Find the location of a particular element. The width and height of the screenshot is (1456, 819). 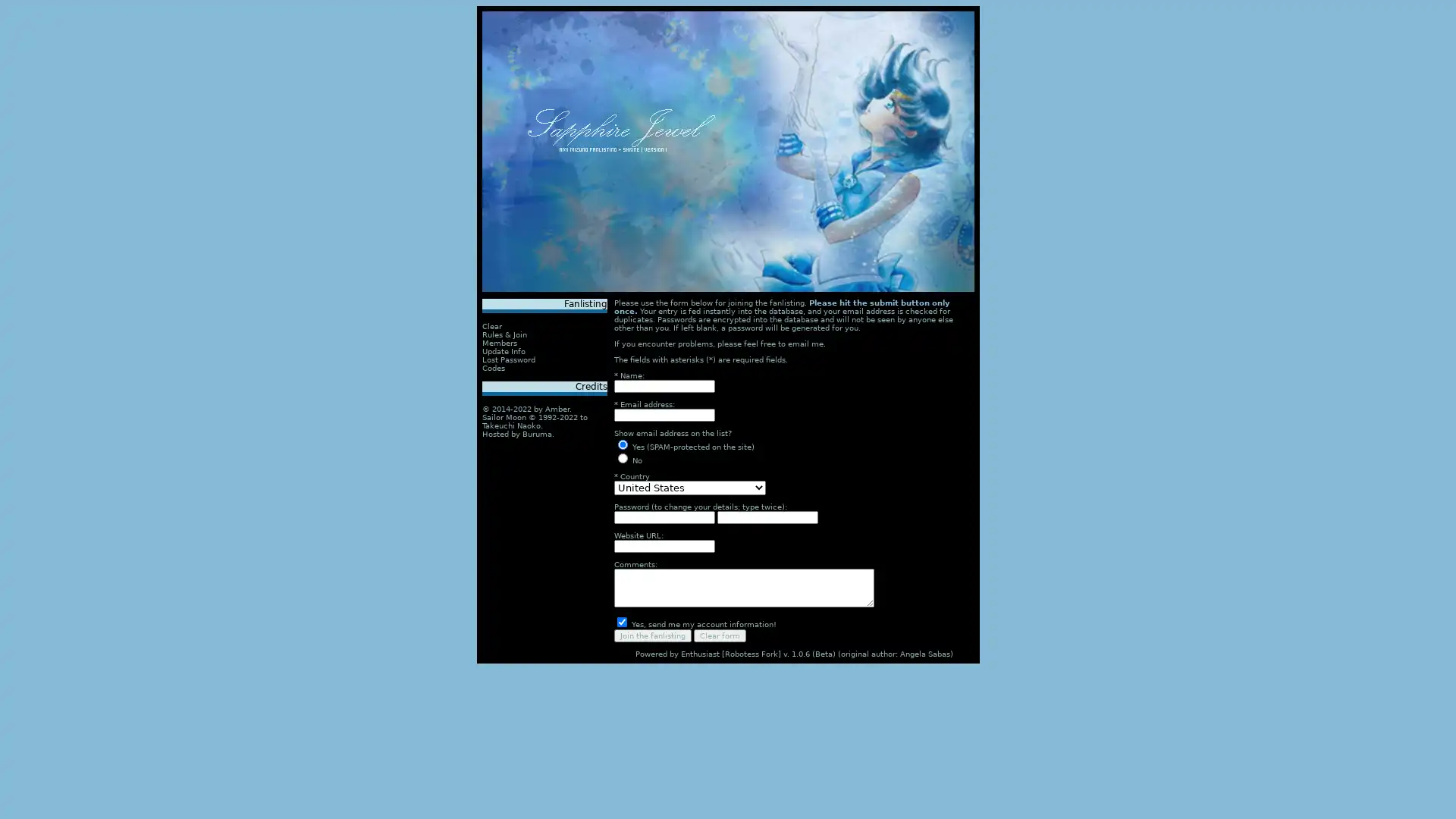

Clear form is located at coordinates (719, 635).